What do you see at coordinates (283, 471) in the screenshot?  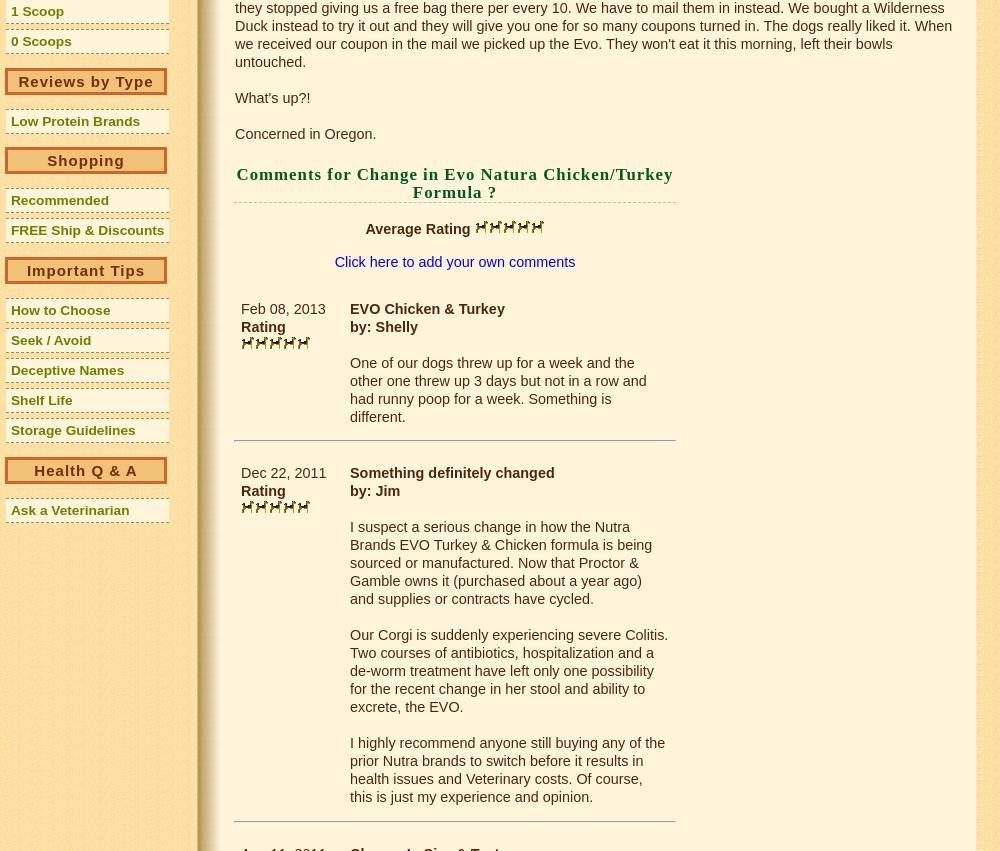 I see `'Dec 22, 2011'` at bounding box center [283, 471].